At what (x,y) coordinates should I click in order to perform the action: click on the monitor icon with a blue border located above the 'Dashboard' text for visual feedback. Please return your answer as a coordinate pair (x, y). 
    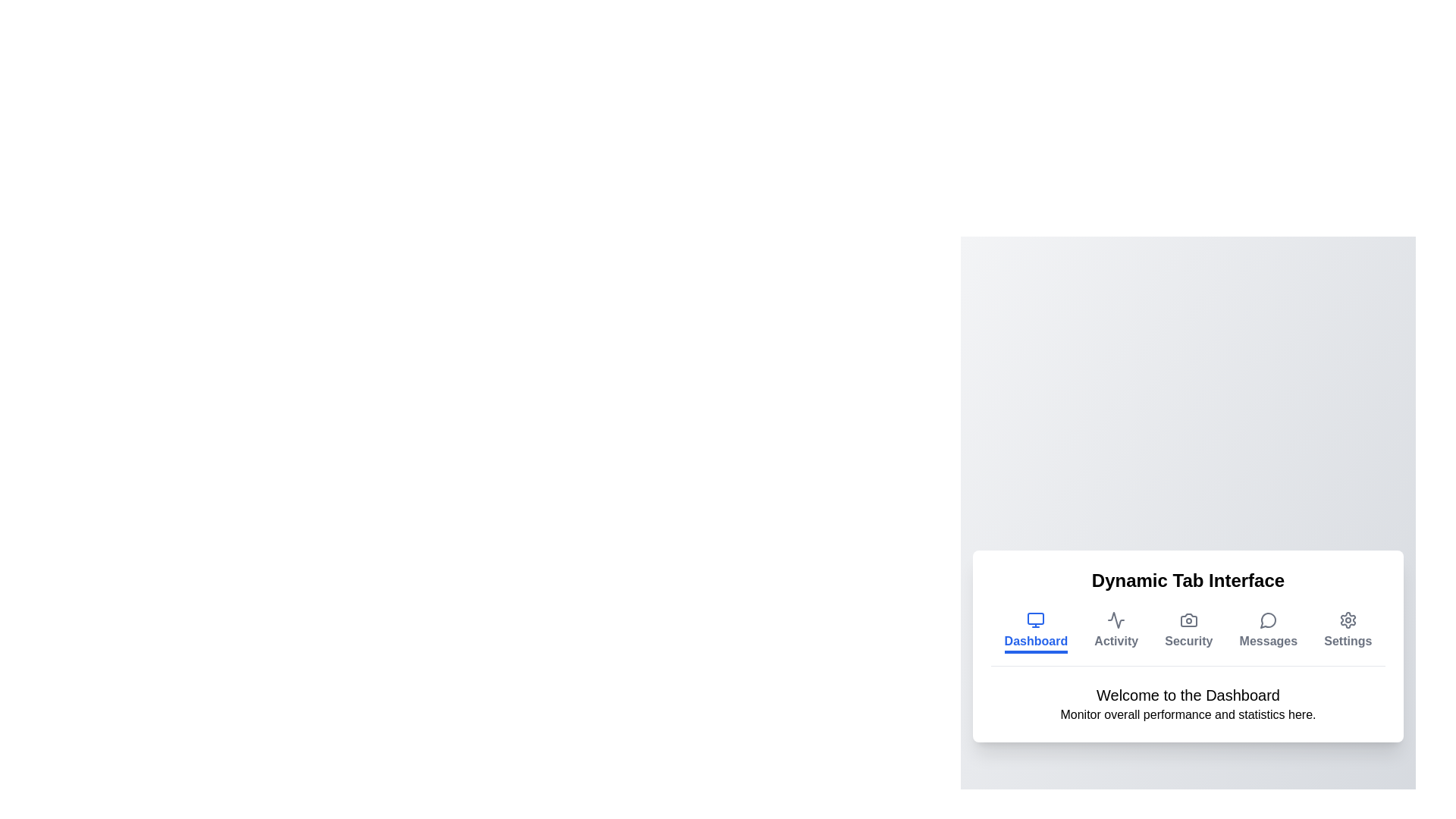
    Looking at the image, I should click on (1035, 620).